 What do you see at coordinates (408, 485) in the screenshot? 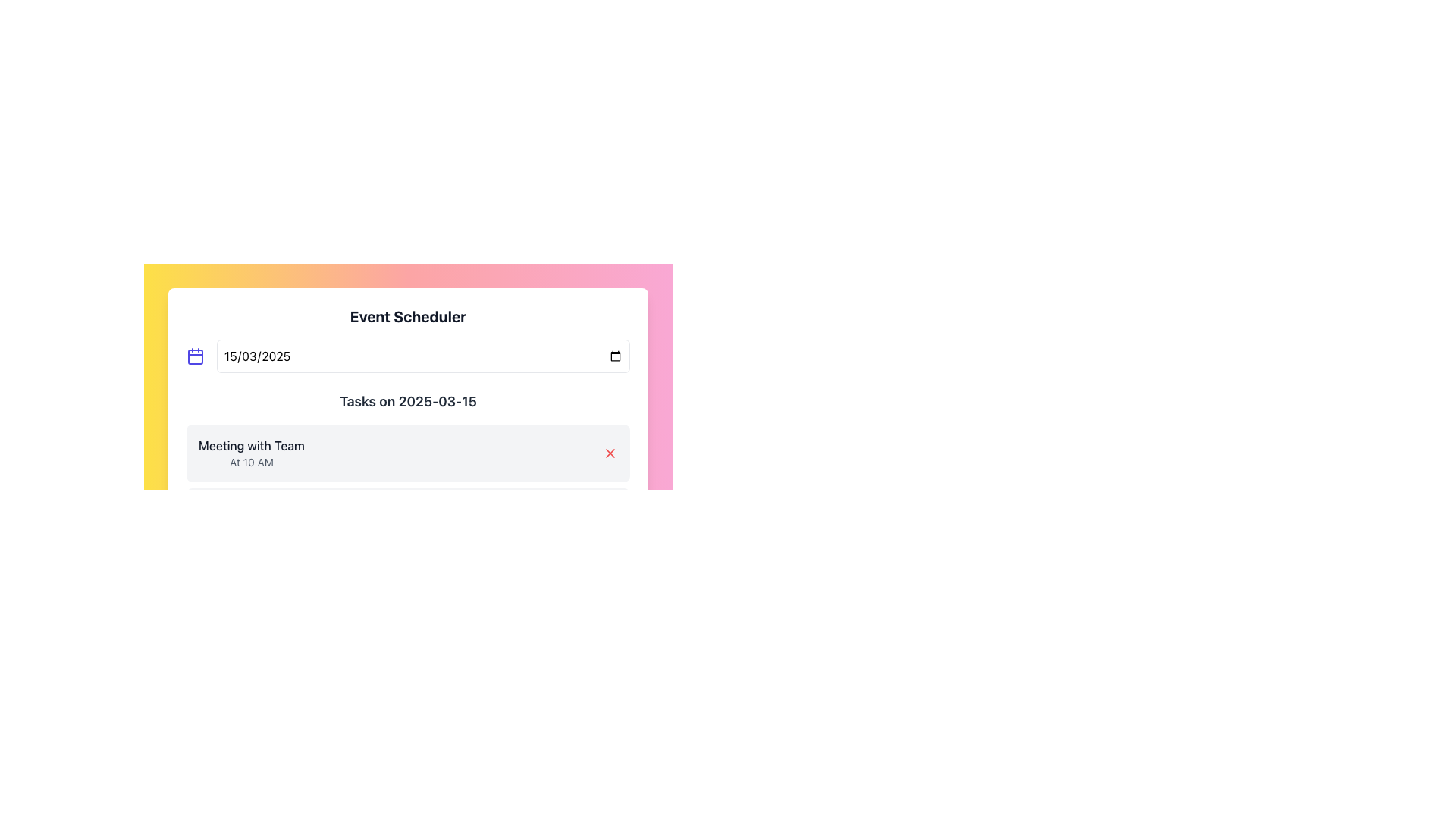
I see `the task item panel representing the meeting scheduled for '10 AM'` at bounding box center [408, 485].